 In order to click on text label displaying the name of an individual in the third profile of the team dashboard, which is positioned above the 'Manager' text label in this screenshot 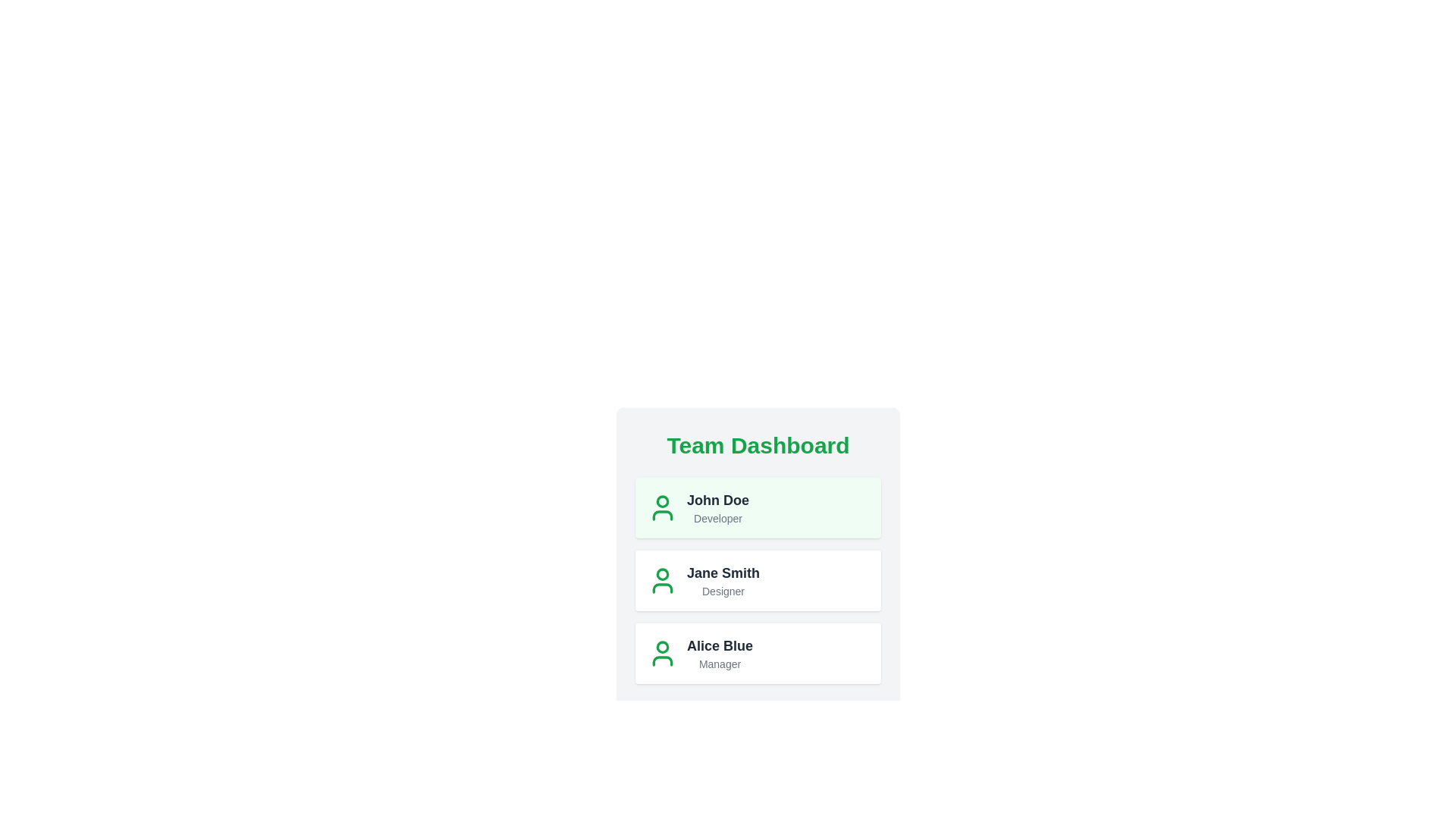, I will do `click(719, 646)`.